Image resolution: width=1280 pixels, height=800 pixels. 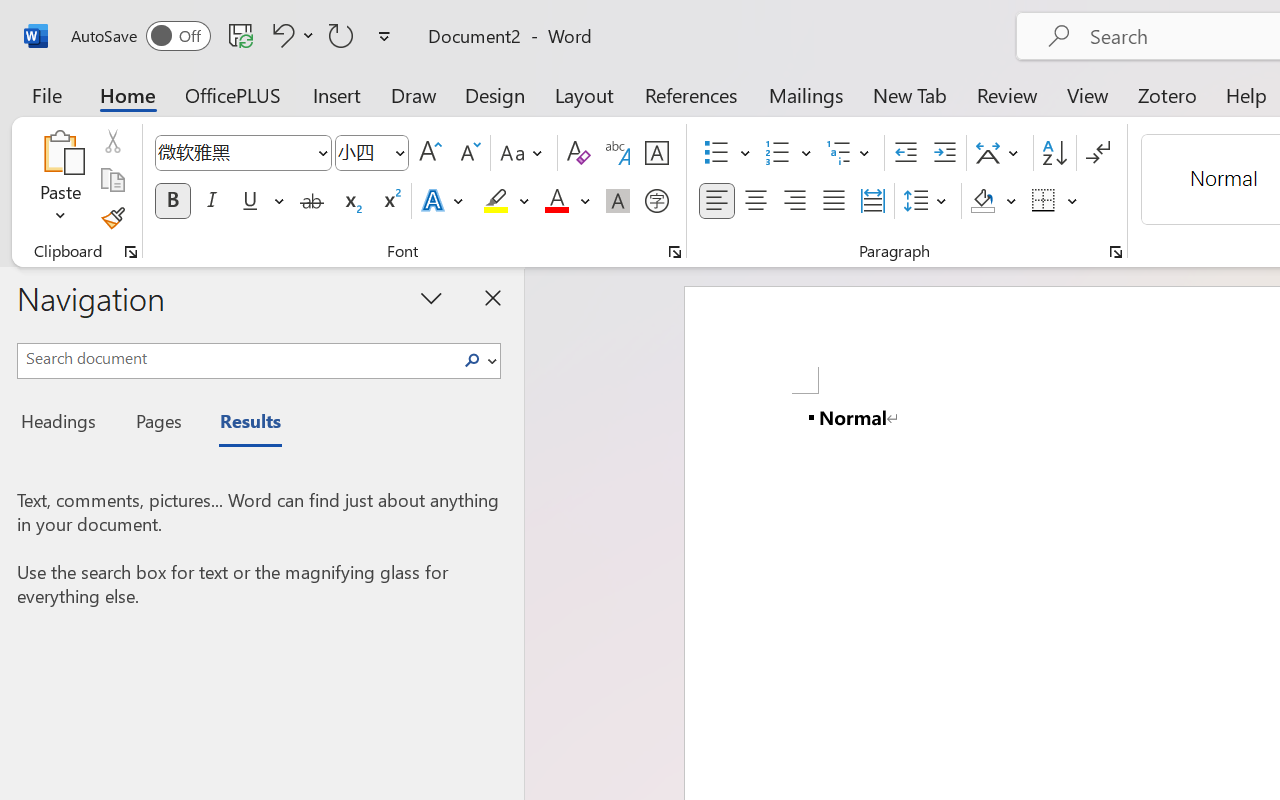 What do you see at coordinates (443, 201) in the screenshot?
I see `'Text Effects and Typography'` at bounding box center [443, 201].